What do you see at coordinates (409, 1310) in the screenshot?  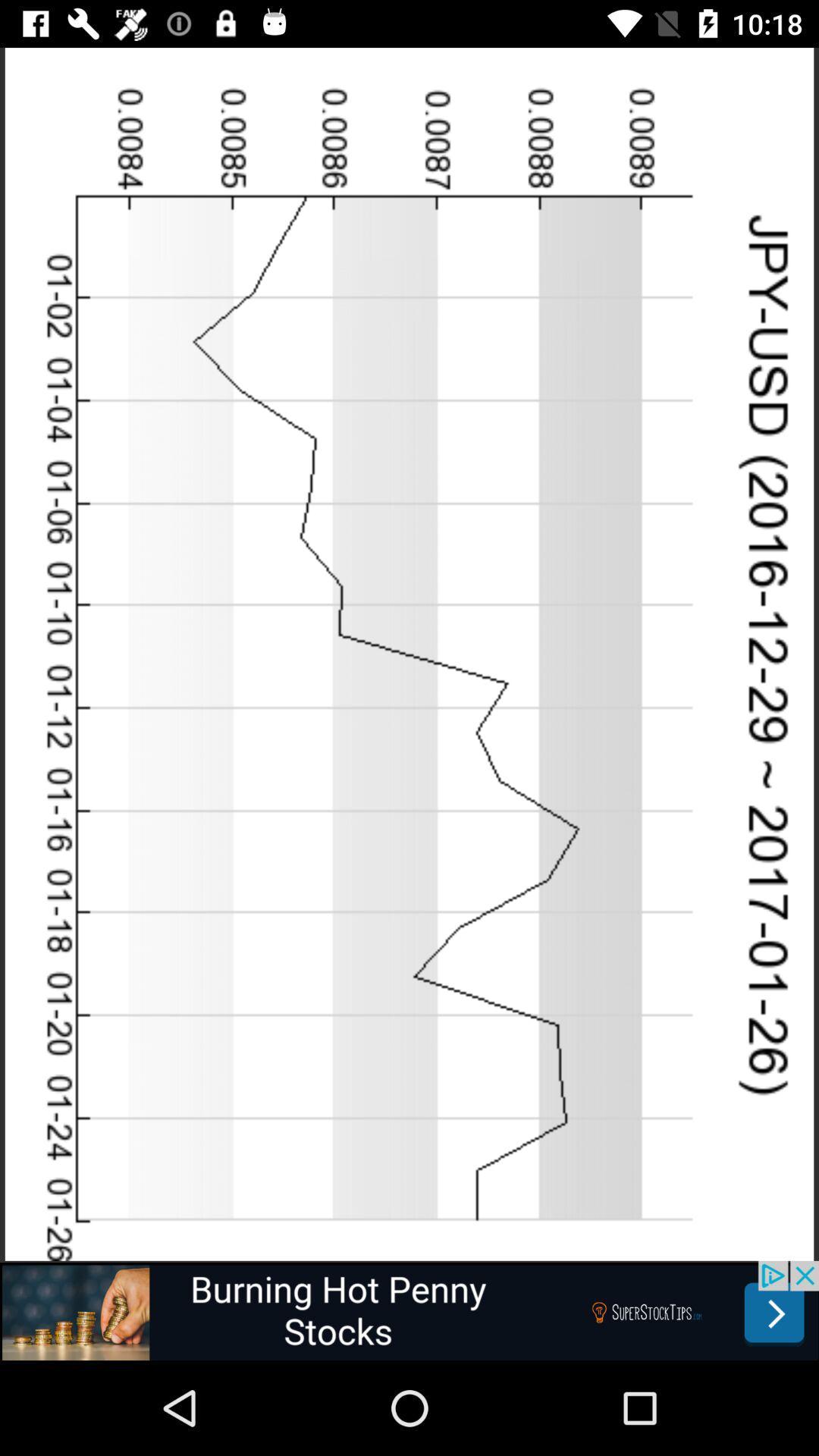 I see `announcement` at bounding box center [409, 1310].